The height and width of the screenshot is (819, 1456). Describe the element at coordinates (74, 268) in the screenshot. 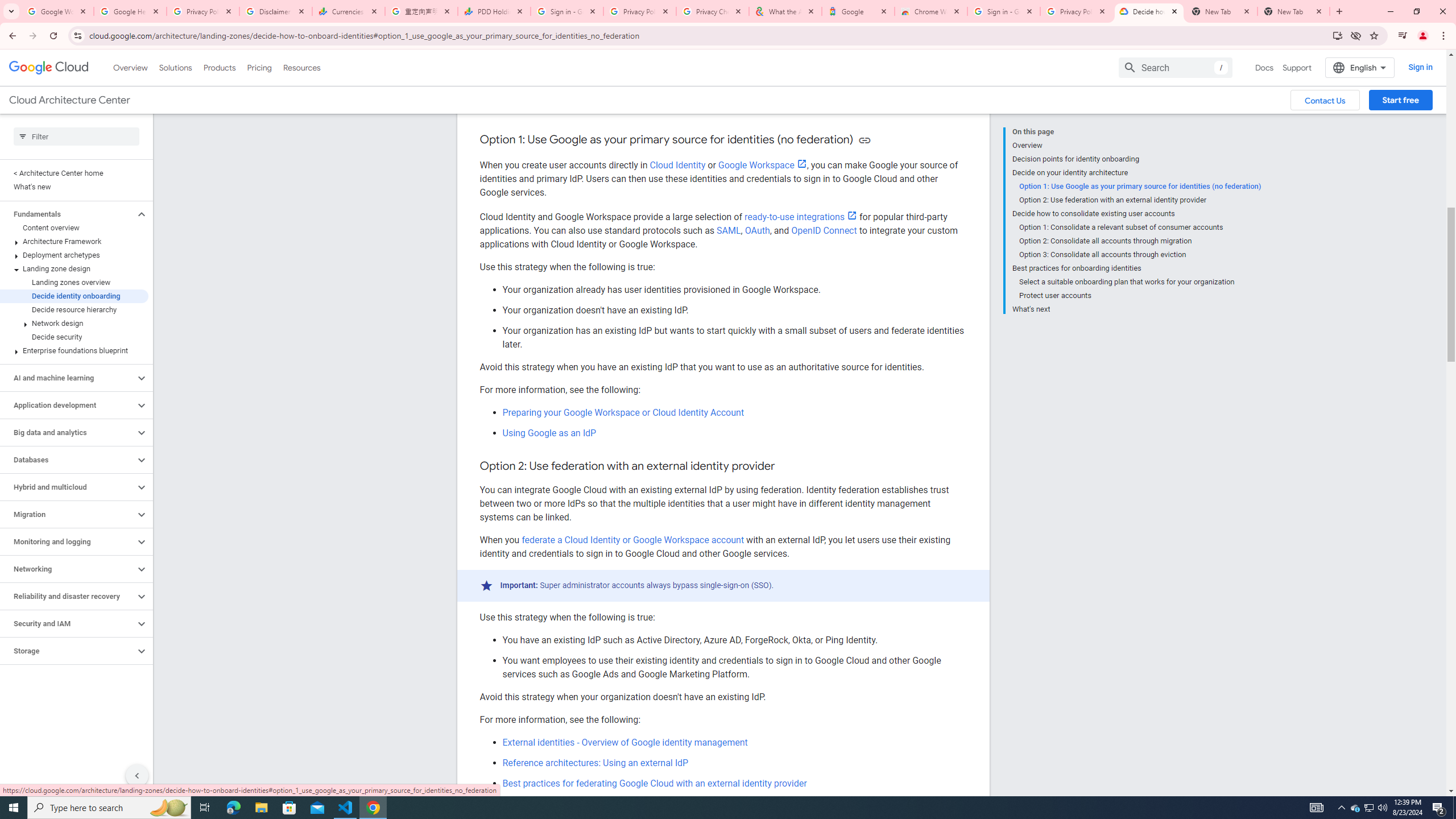

I see `'Landing zone design'` at that location.